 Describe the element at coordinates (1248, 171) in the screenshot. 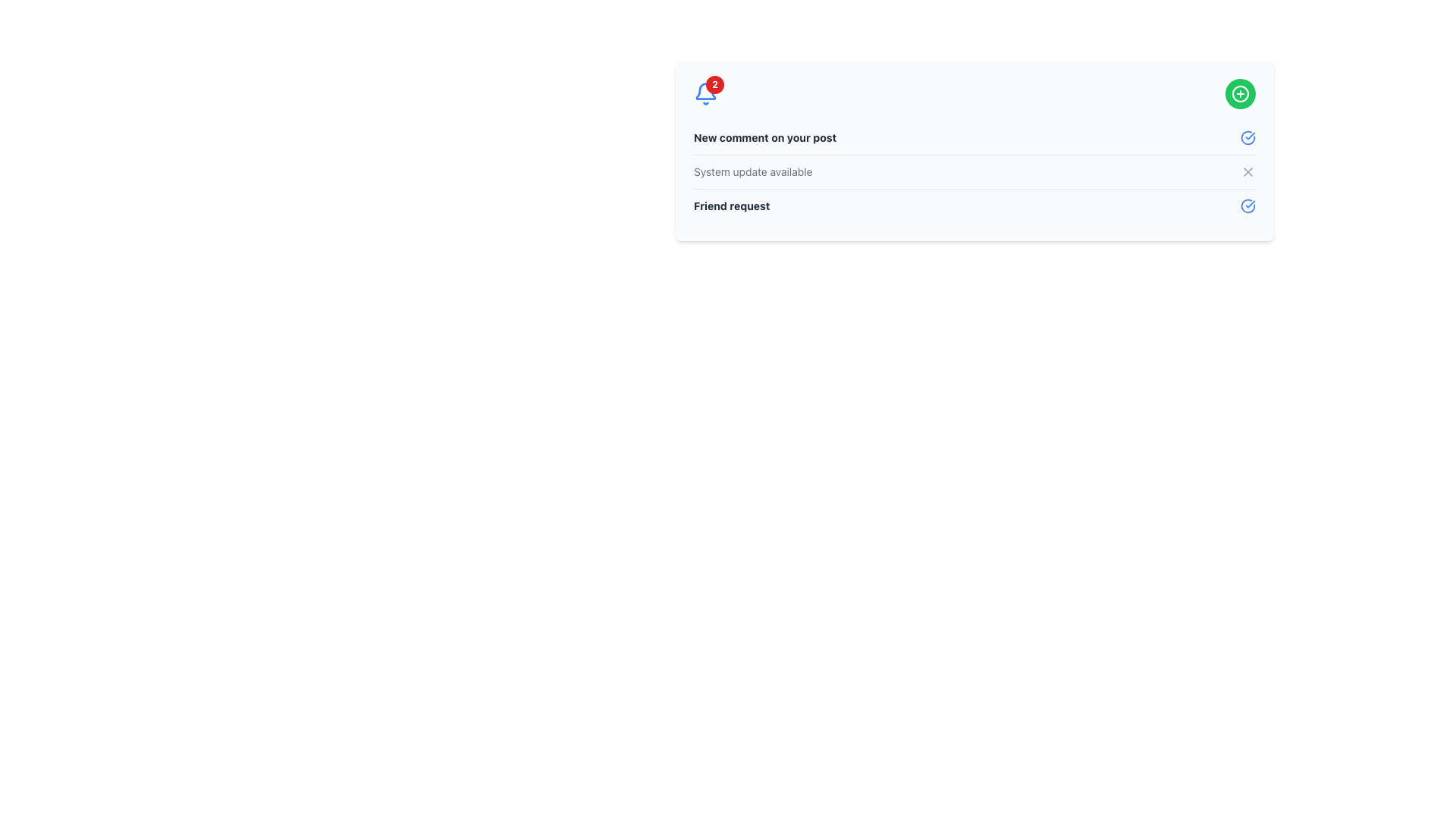

I see `the 'X' symbol icon located to the far right of the 'System update available' text` at that location.